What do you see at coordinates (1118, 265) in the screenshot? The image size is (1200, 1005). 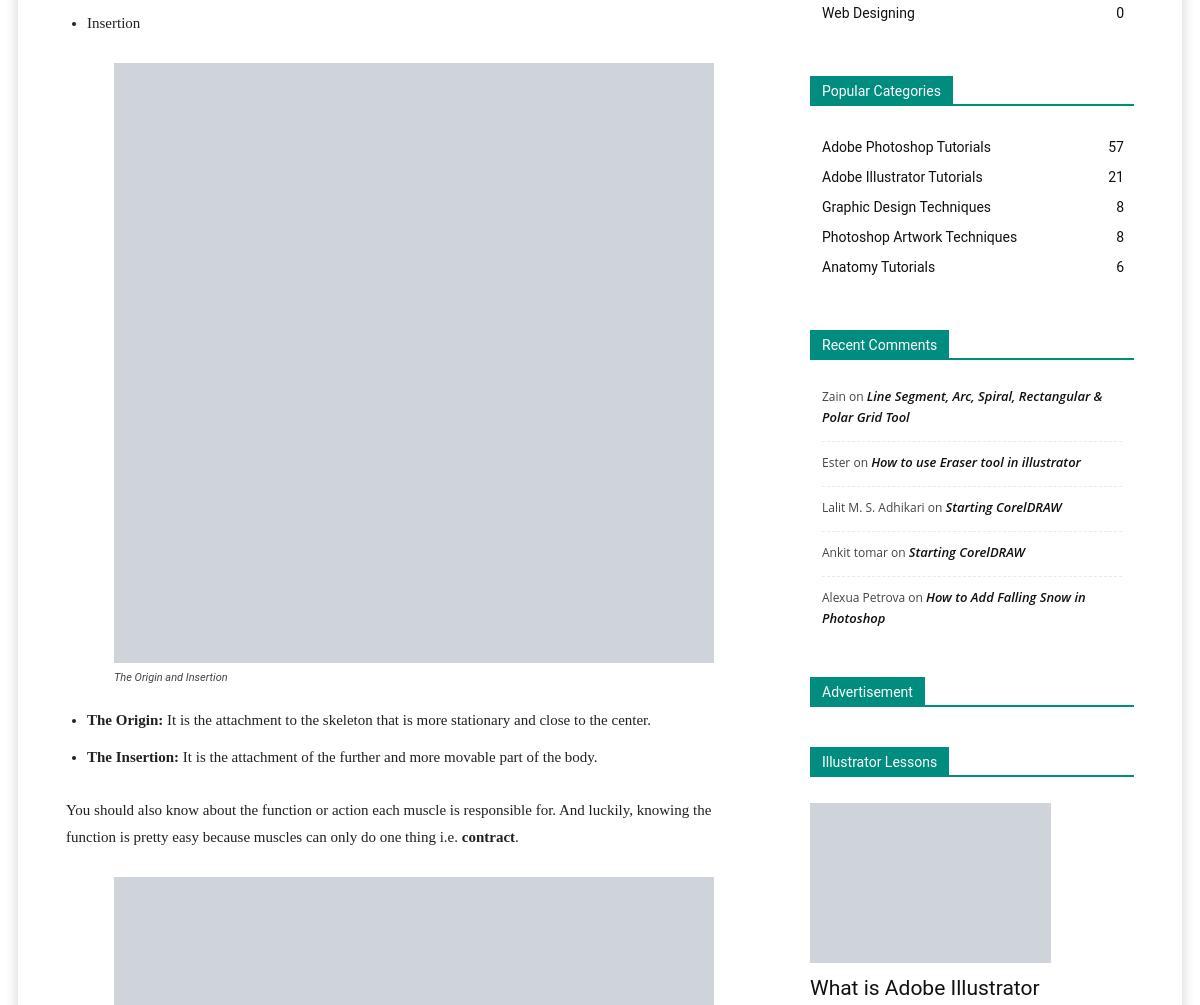 I see `'6'` at bounding box center [1118, 265].